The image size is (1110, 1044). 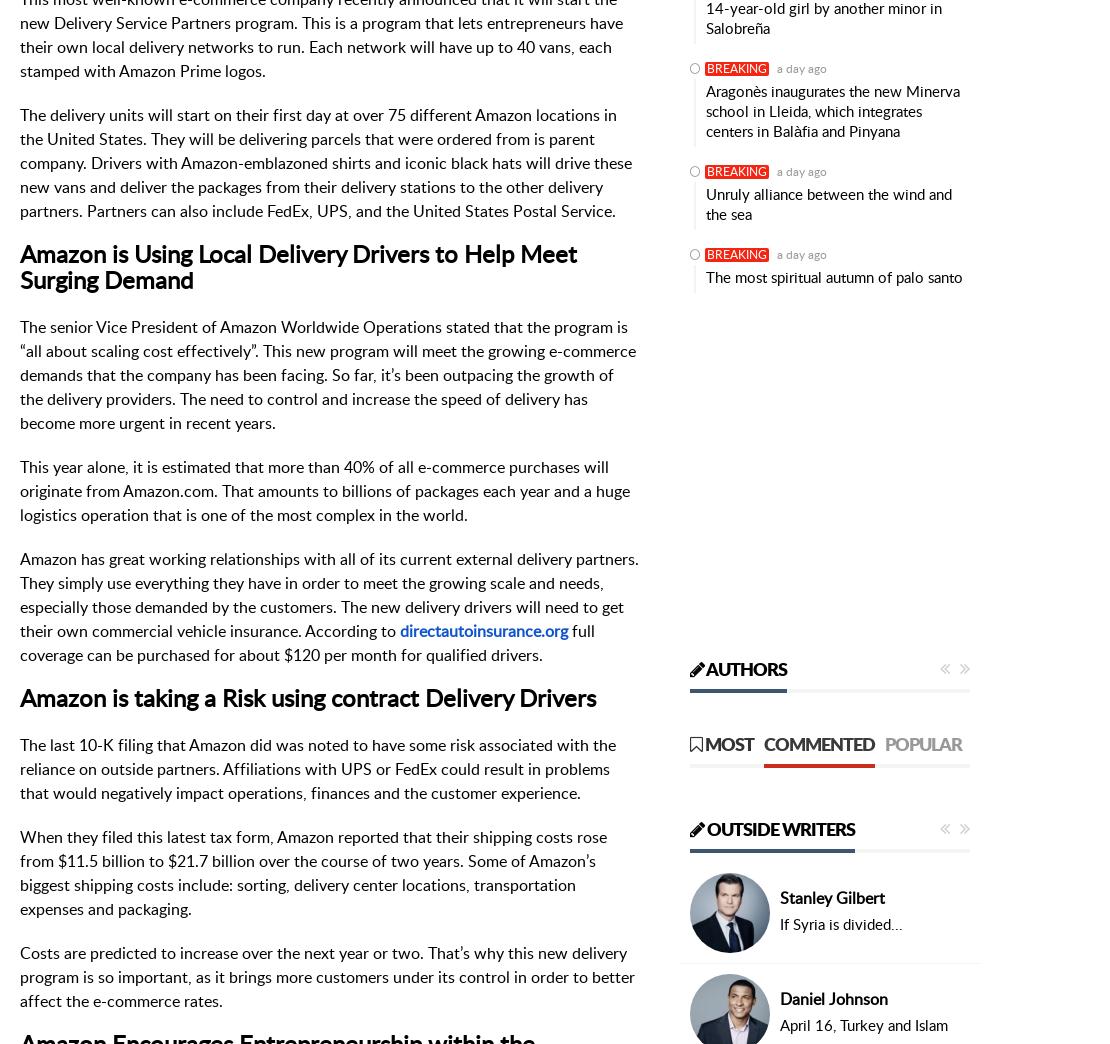 What do you see at coordinates (328, 594) in the screenshot?
I see `'Amazon has great working relationships with all of its current external delivery partners. They simply use everything they have in order to meet the growing scale and needs, especially those demanded by the customers. The new delivery drivers will need to get their own commercial vehicle insurance. According to'` at bounding box center [328, 594].